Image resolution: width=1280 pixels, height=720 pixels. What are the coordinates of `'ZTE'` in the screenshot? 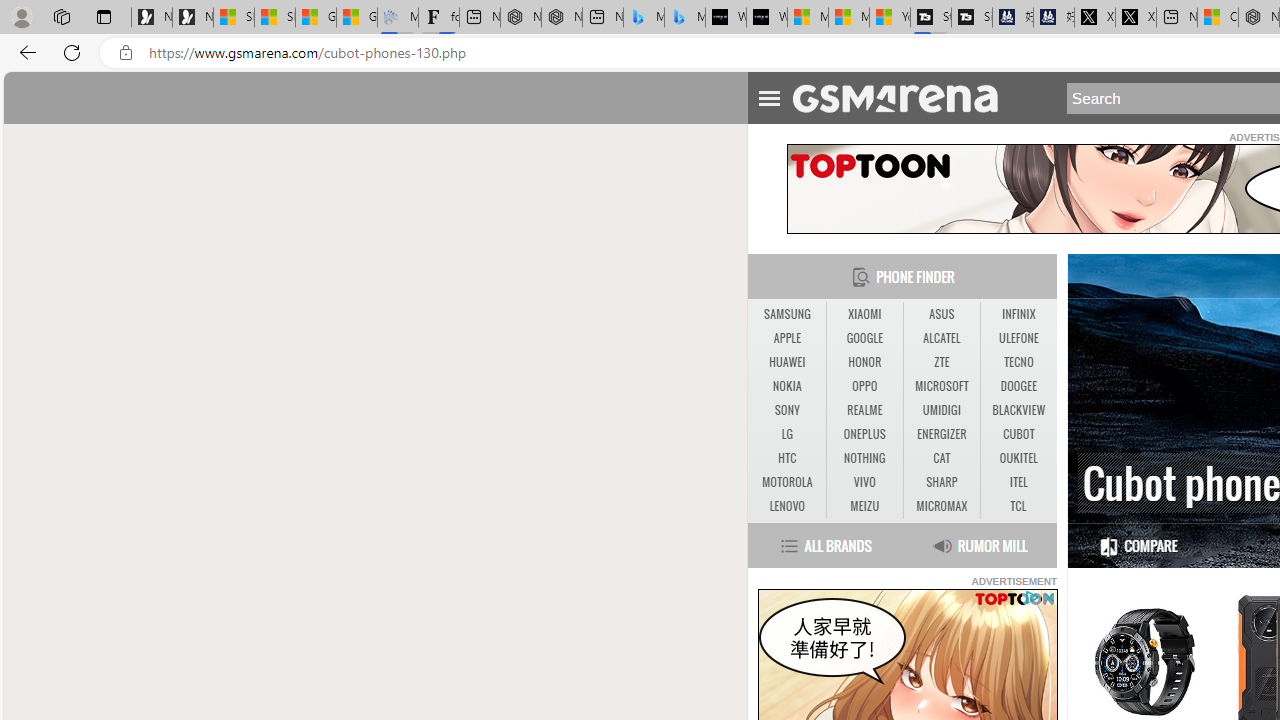 It's located at (940, 362).